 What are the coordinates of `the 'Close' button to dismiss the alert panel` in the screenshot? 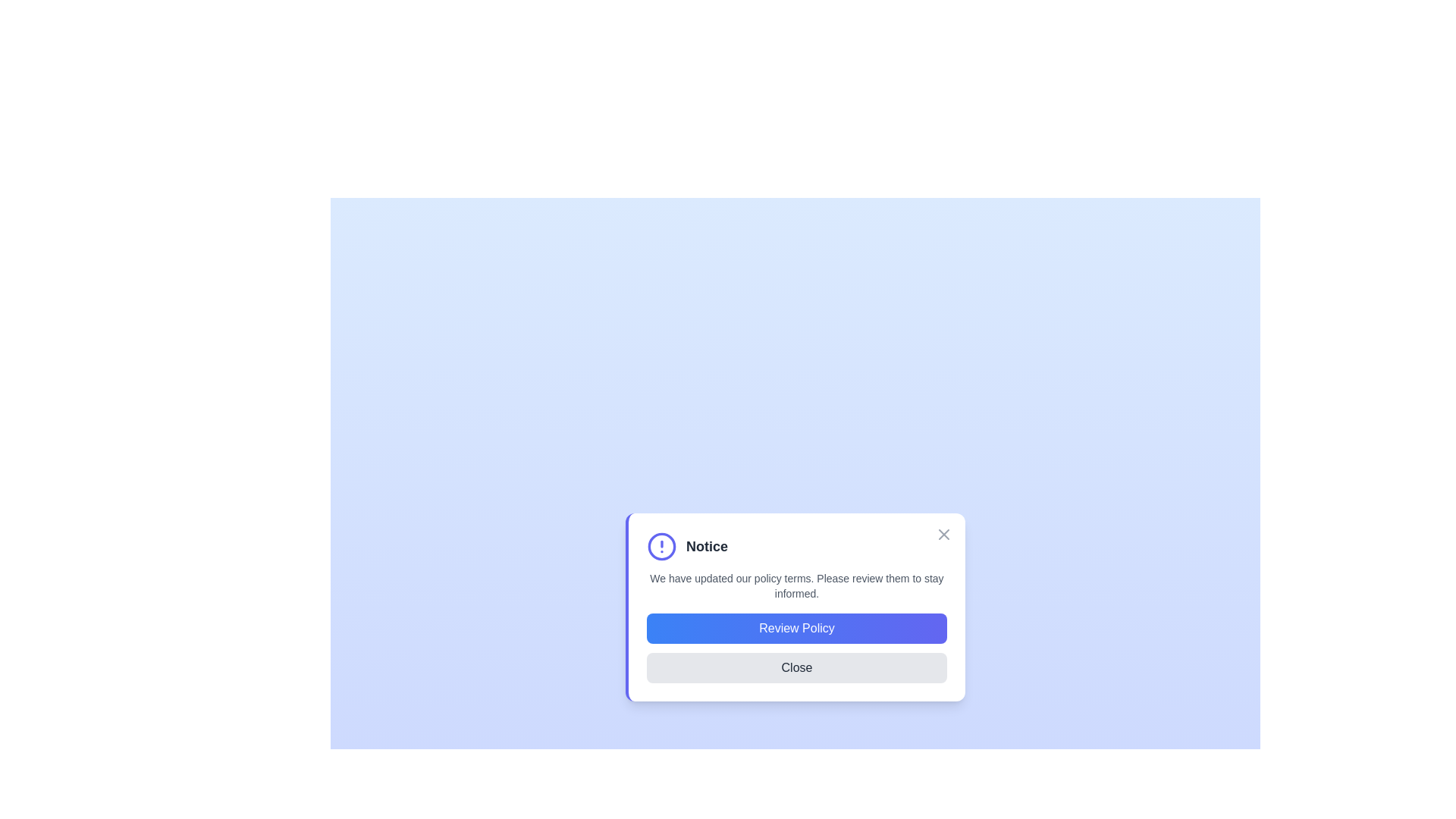 It's located at (796, 667).